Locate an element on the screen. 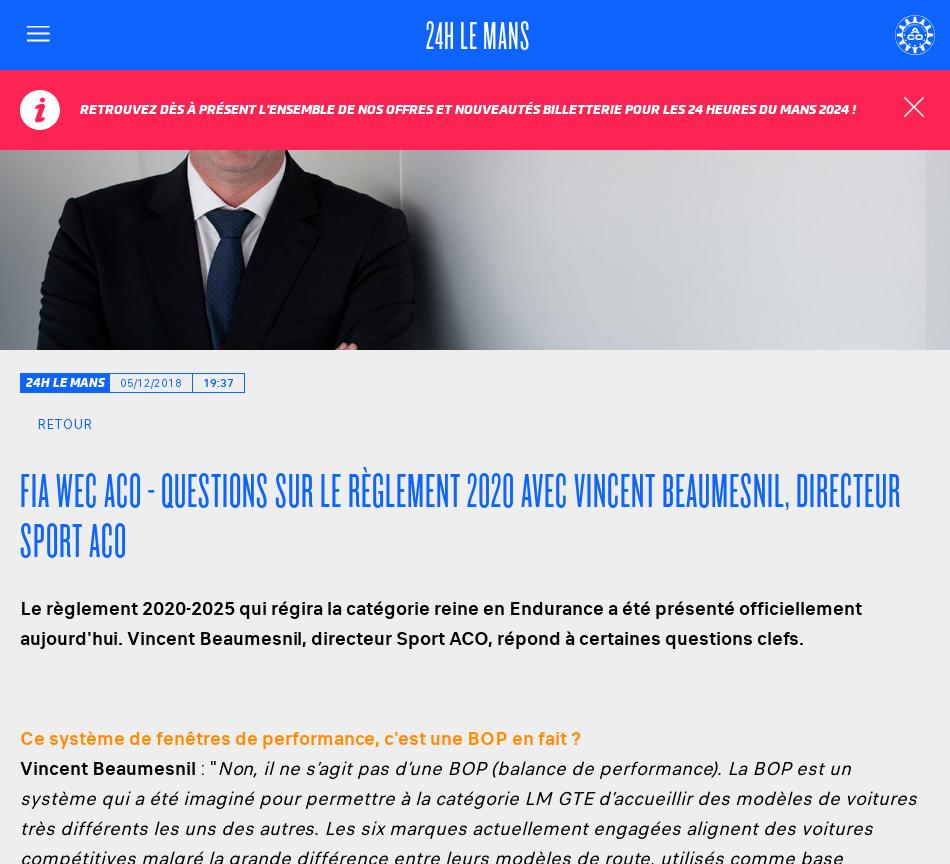  'Retrouvez dès à présent l'ensemble de nos offres et nouveautés billetterie pour les 24 Heures du Mans 2024 !' is located at coordinates (466, 108).